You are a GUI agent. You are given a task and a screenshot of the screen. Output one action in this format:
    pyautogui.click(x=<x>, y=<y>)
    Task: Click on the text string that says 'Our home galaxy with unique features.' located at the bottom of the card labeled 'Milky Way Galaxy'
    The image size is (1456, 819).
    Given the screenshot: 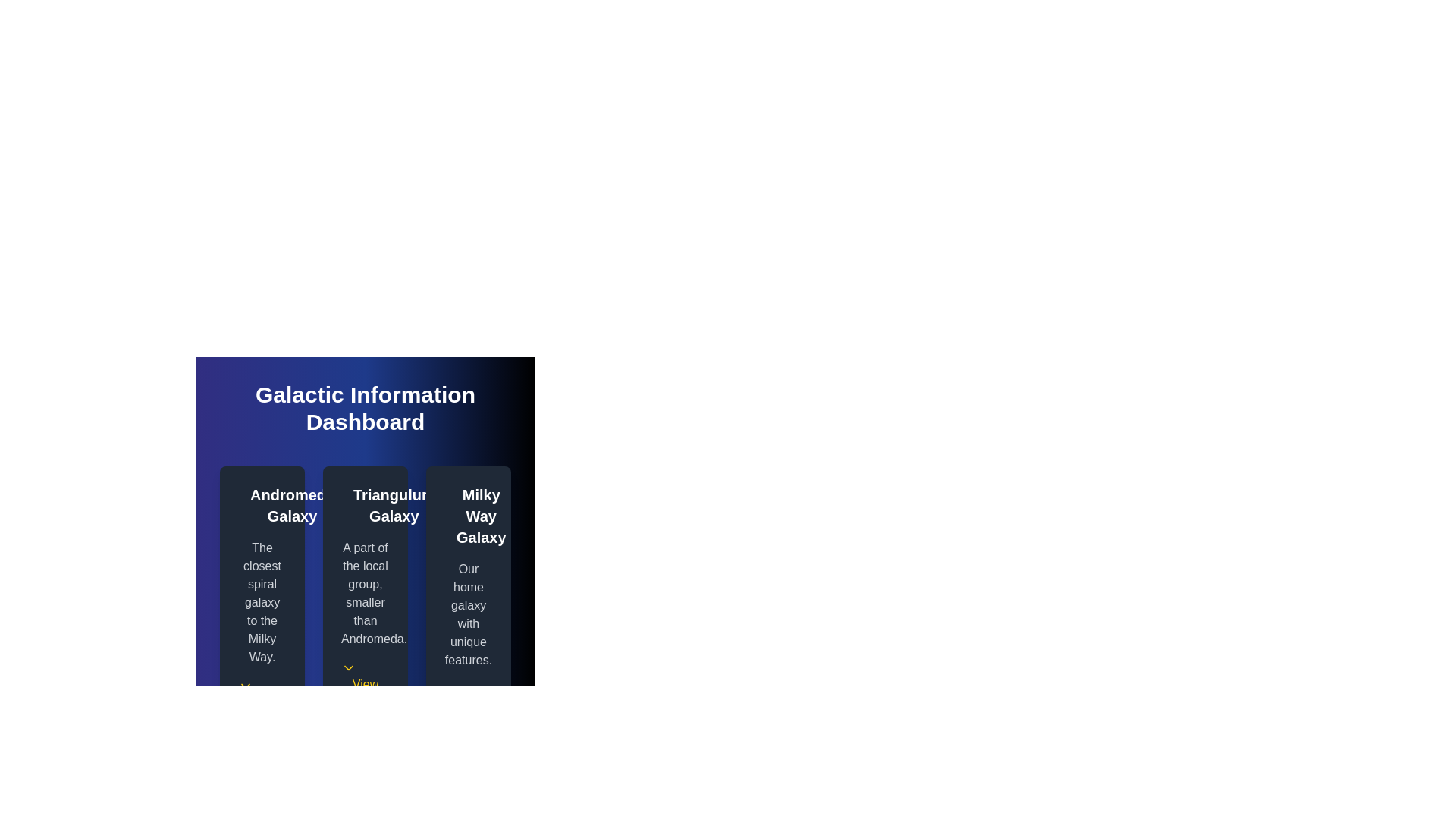 What is the action you would take?
    pyautogui.click(x=468, y=614)
    